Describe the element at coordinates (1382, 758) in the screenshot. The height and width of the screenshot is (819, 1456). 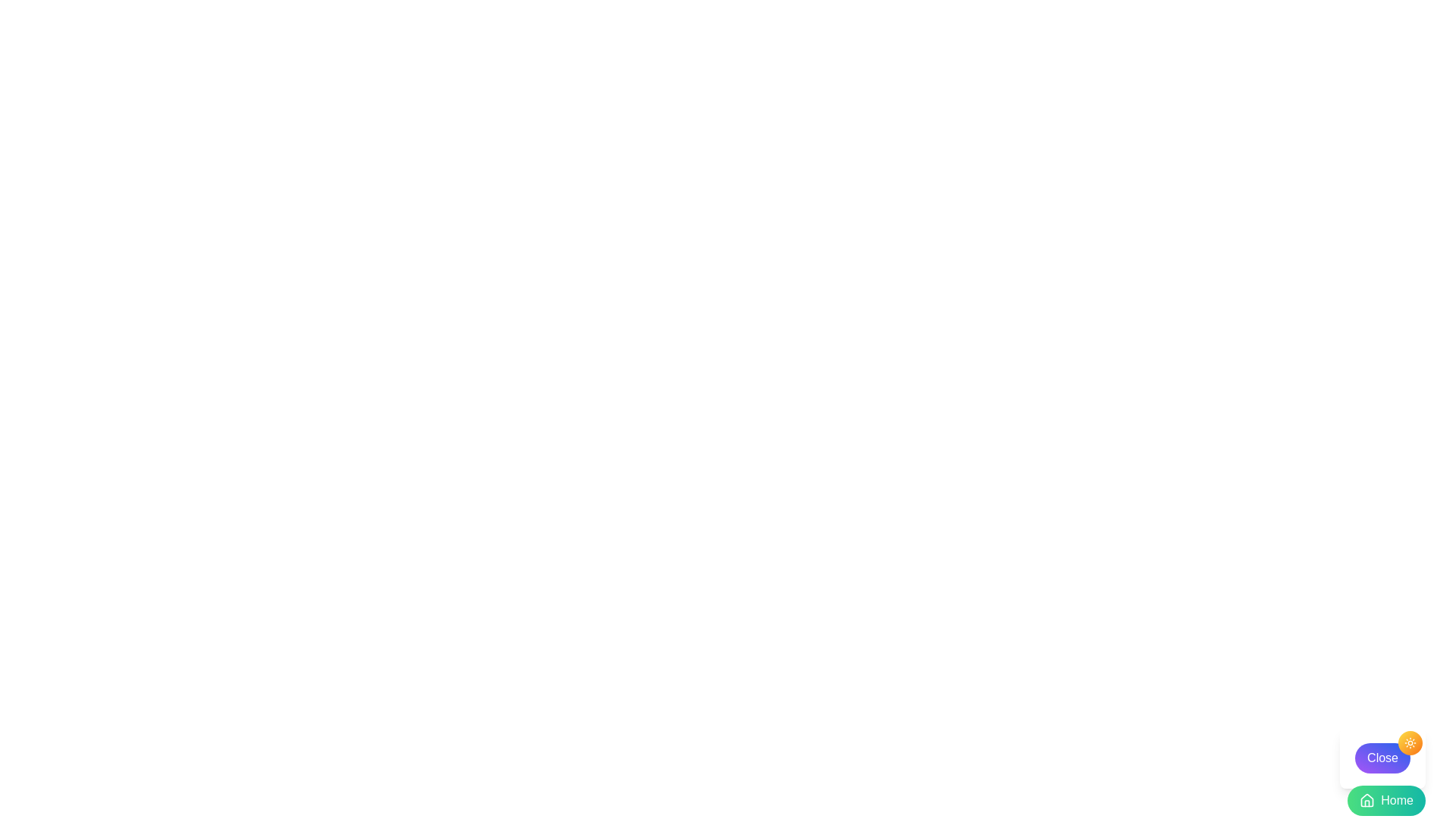
I see `the button located in the bottom-right corner of the interface that triggers a closure or dismissal action for a modal or contextual window` at that location.